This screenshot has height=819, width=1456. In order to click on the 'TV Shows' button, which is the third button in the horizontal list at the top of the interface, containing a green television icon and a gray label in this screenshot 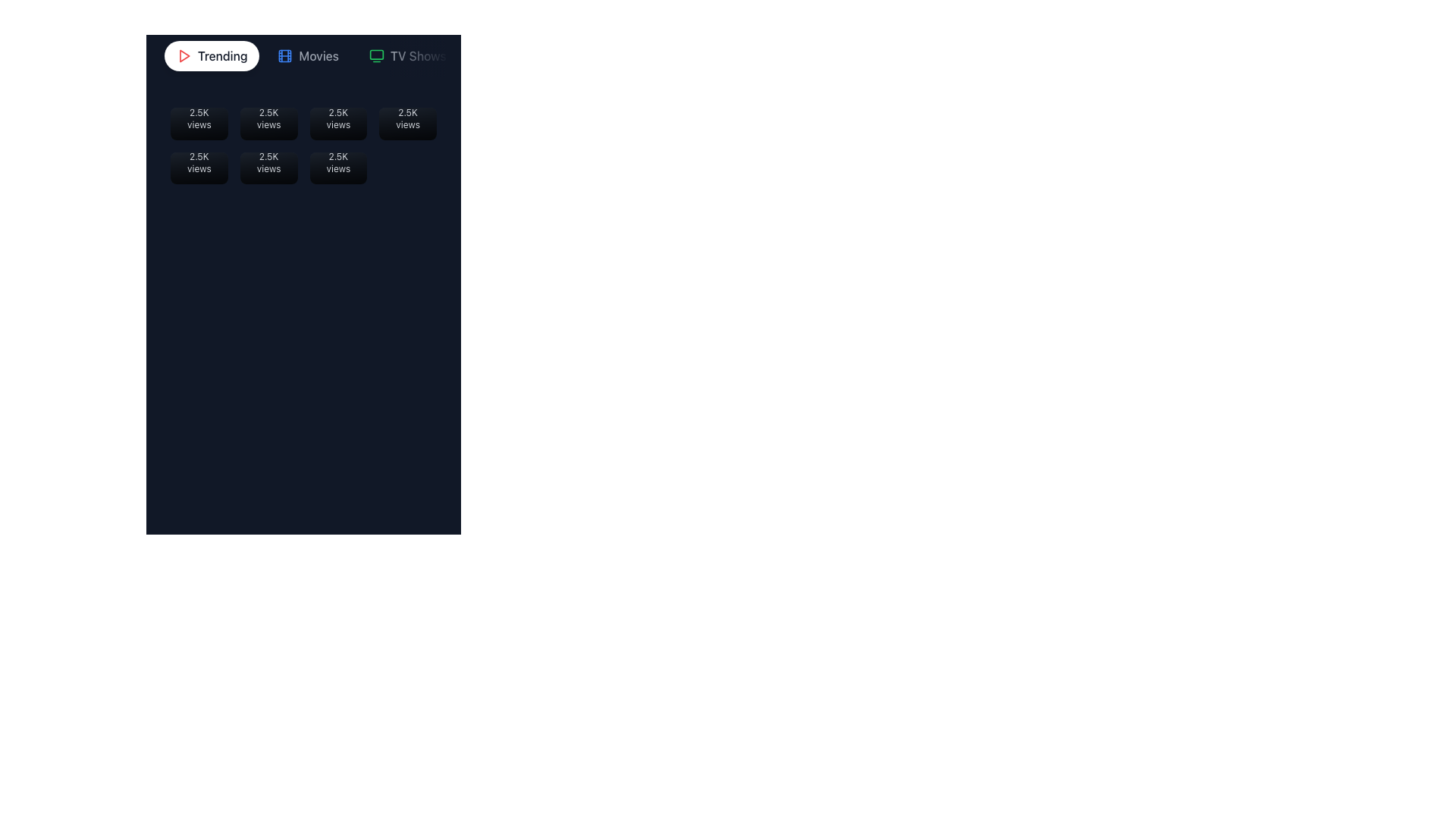, I will do `click(407, 55)`.